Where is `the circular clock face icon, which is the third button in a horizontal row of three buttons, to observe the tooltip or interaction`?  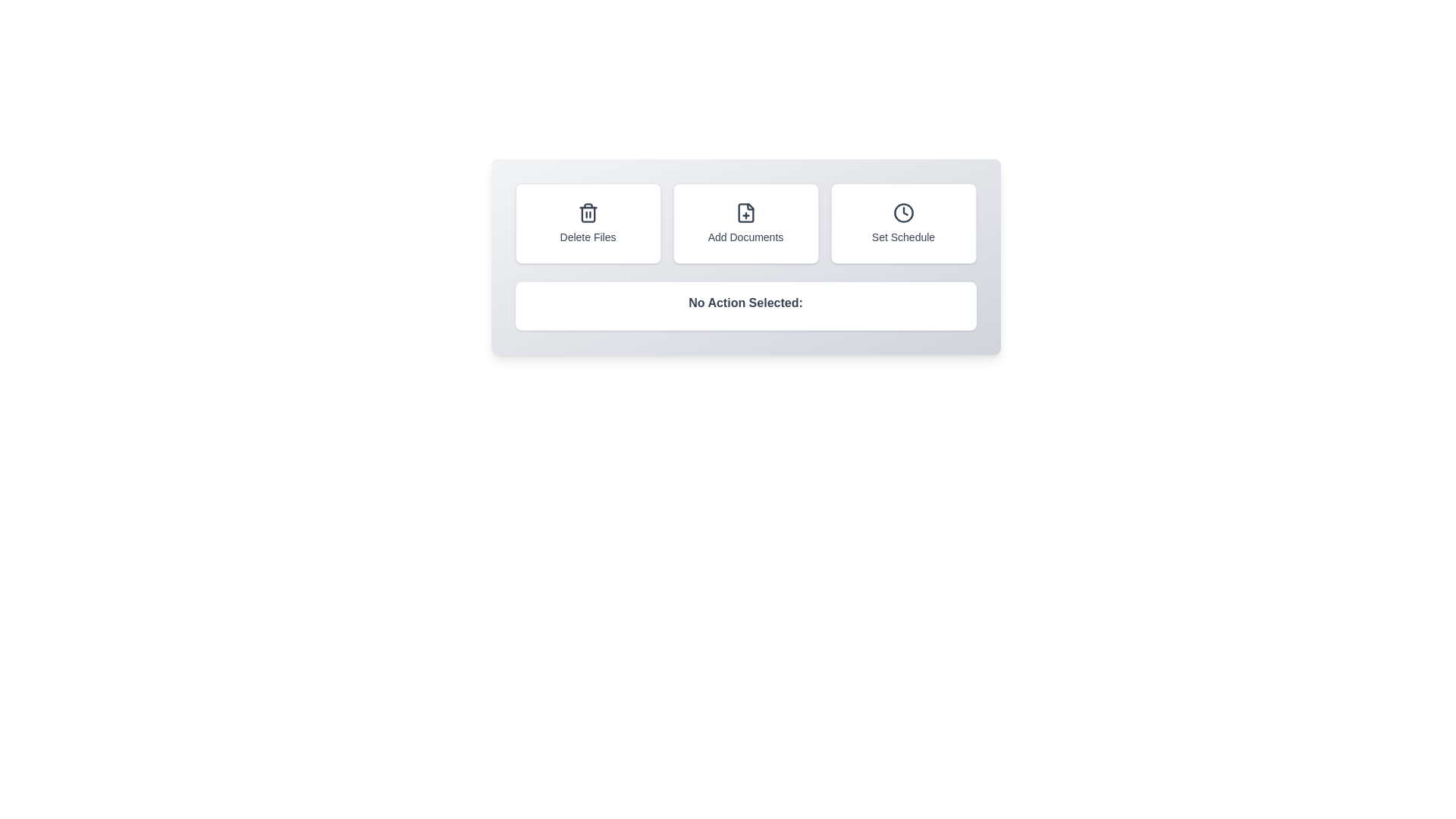 the circular clock face icon, which is the third button in a horizontal row of three buttons, to observe the tooltip or interaction is located at coordinates (903, 213).